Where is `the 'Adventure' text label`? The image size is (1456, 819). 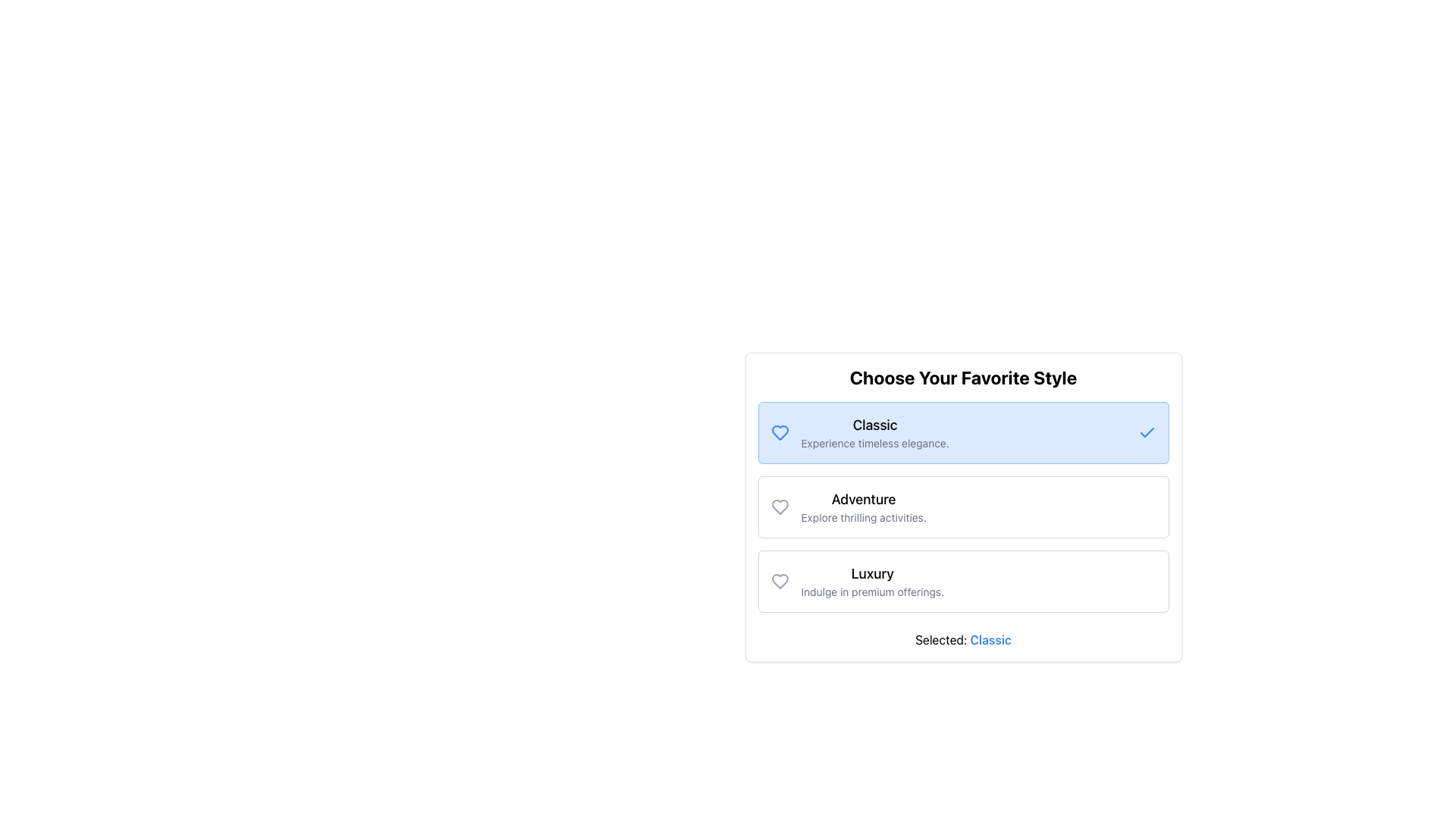
the 'Adventure' text label is located at coordinates (863, 500).